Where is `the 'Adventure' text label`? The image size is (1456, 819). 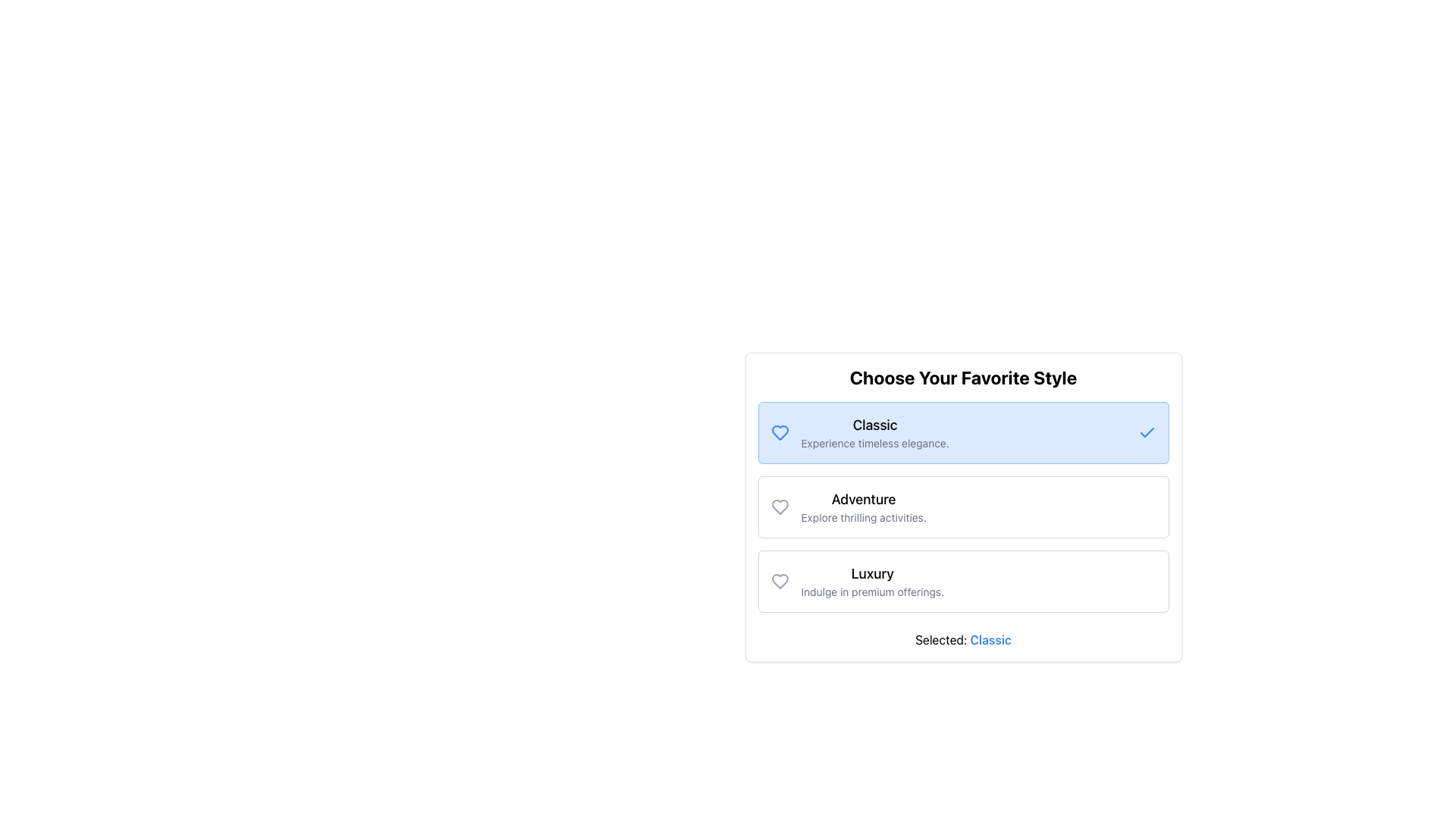
the 'Adventure' text label is located at coordinates (863, 500).